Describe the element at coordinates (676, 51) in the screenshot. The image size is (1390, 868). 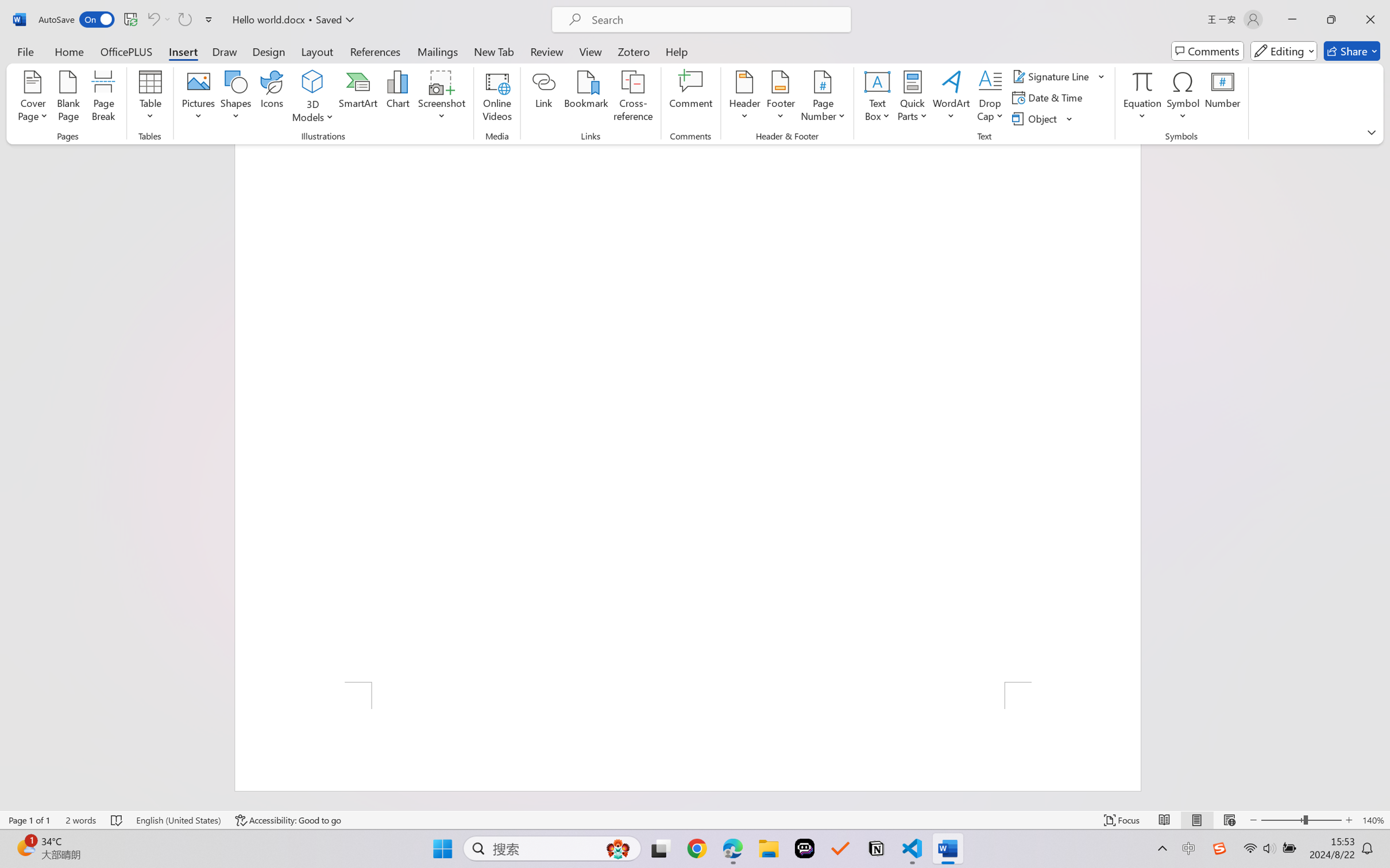
I see `'Help'` at that location.